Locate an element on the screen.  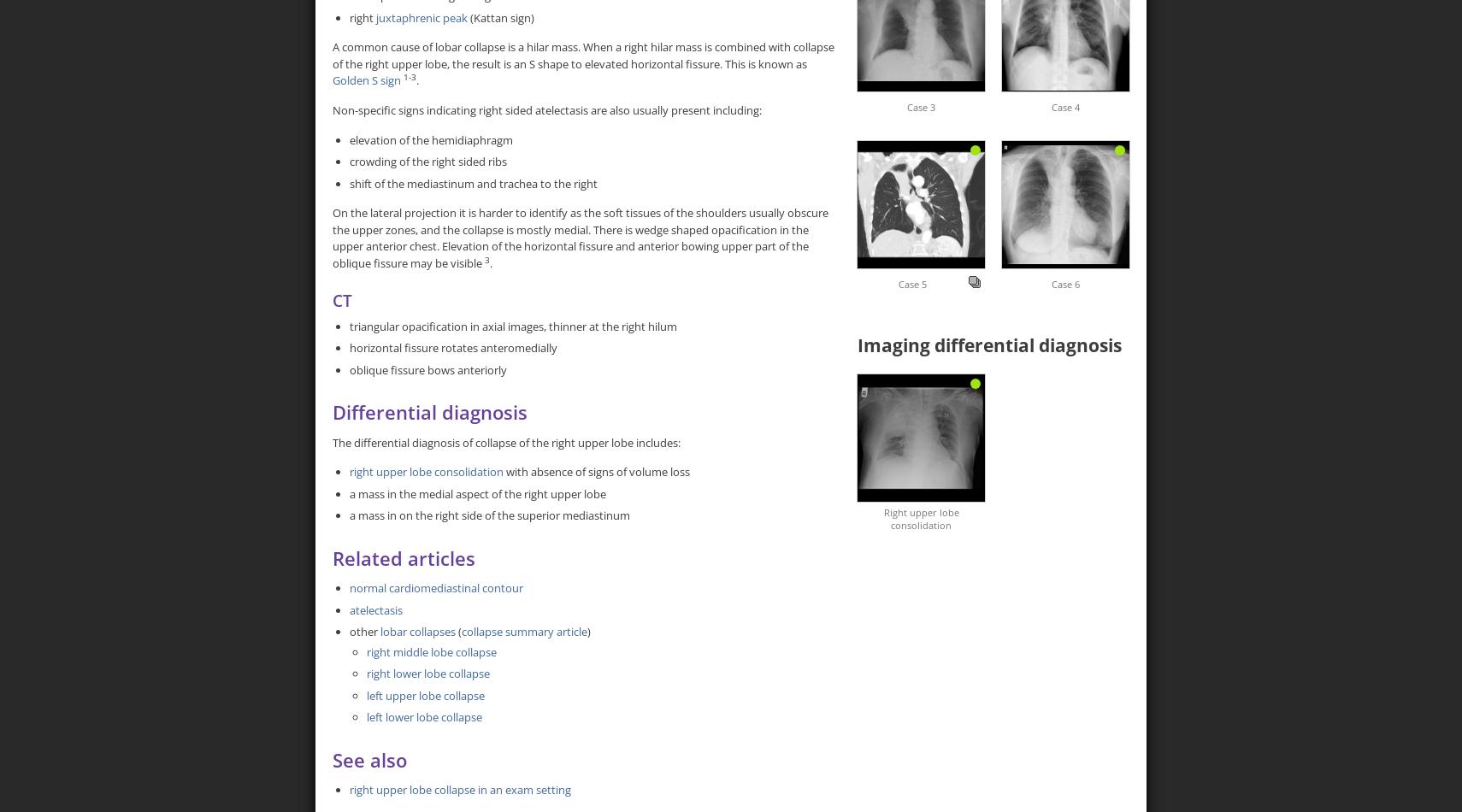
'Non-specific signs indicating right sided atelectasis are also usually present including:' is located at coordinates (547, 109).